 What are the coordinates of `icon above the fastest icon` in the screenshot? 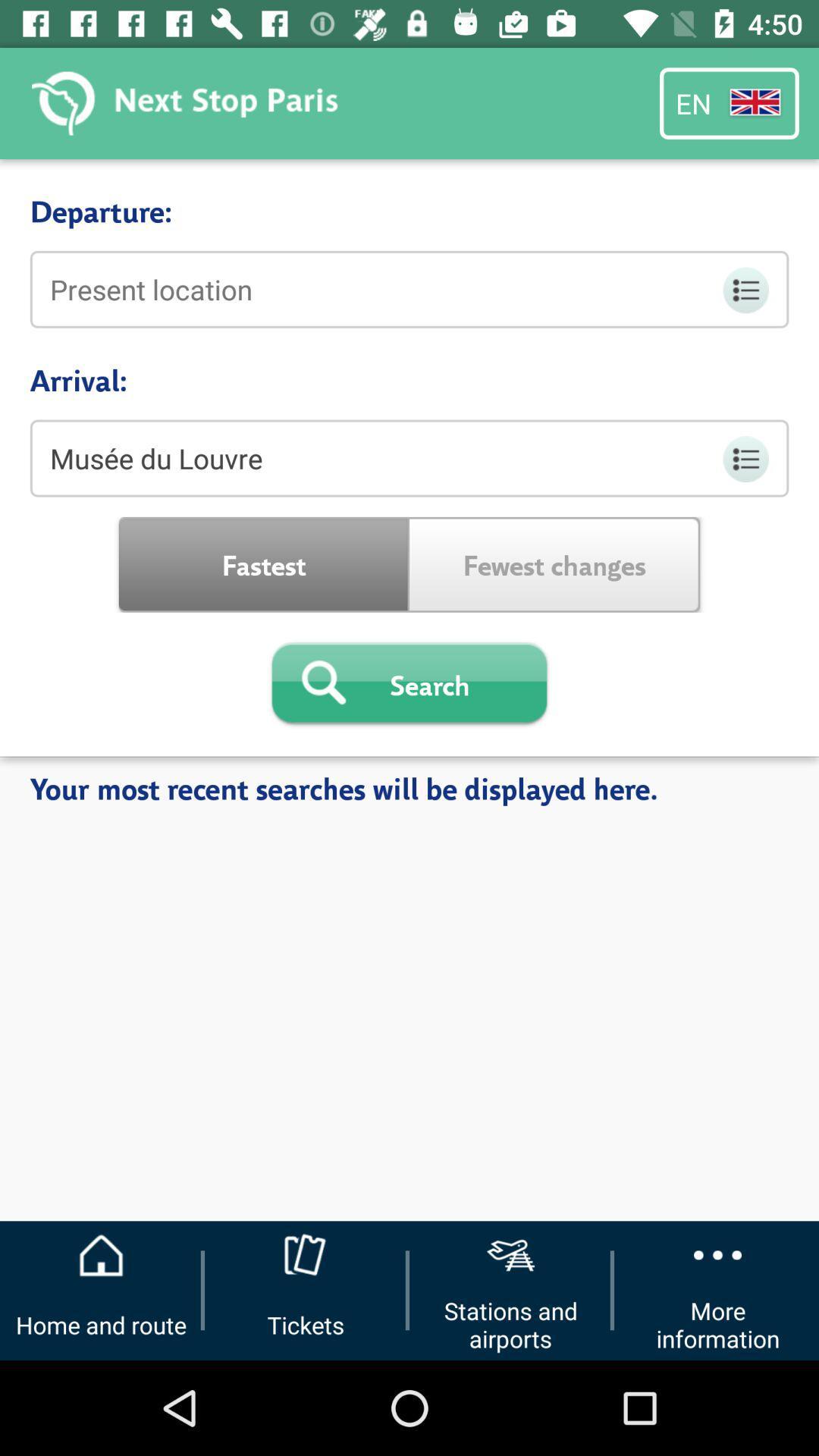 It's located at (409, 457).